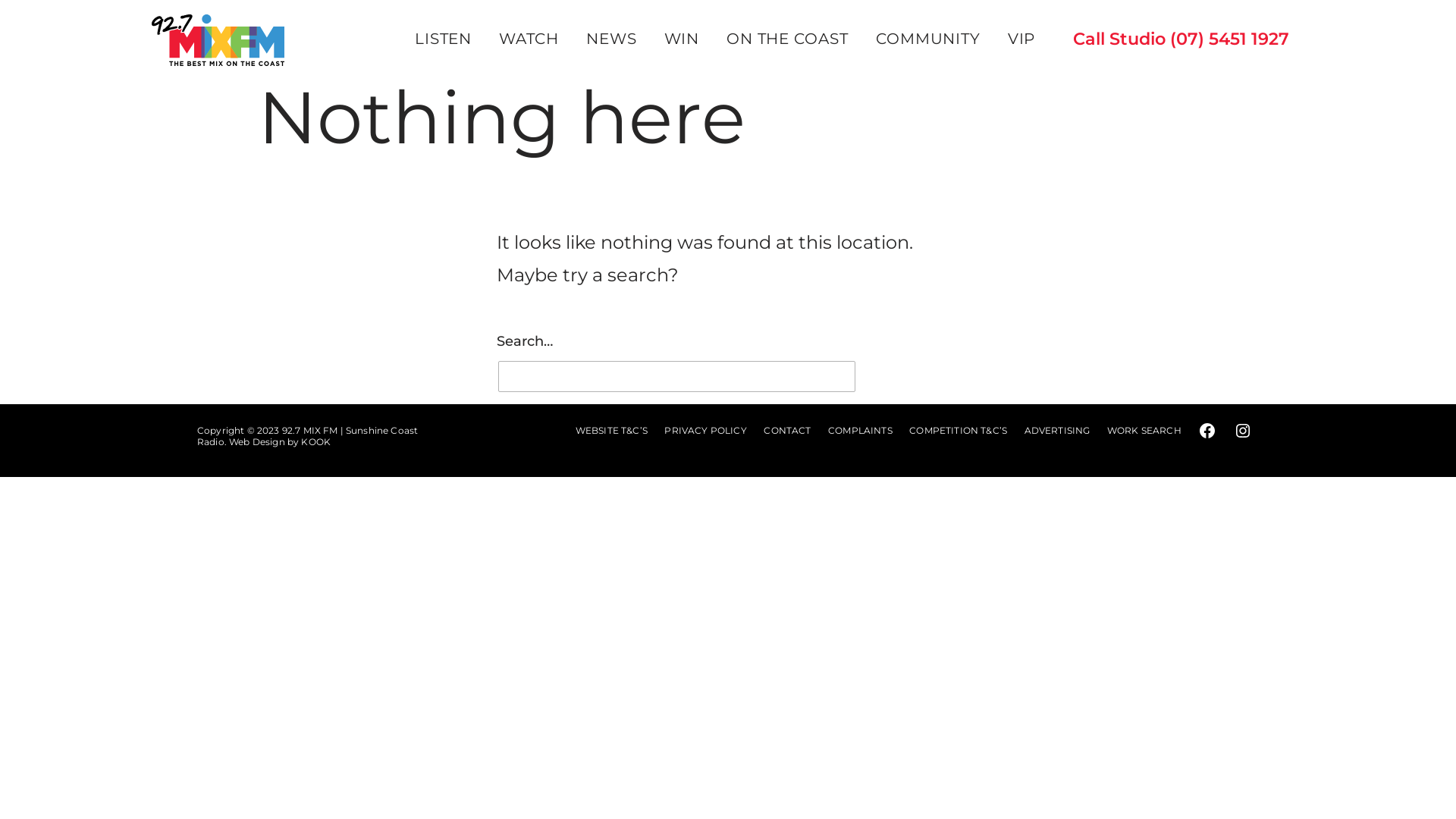 The height and width of the screenshot is (819, 1456). Describe the element at coordinates (611, 37) in the screenshot. I see `'NEWS'` at that location.